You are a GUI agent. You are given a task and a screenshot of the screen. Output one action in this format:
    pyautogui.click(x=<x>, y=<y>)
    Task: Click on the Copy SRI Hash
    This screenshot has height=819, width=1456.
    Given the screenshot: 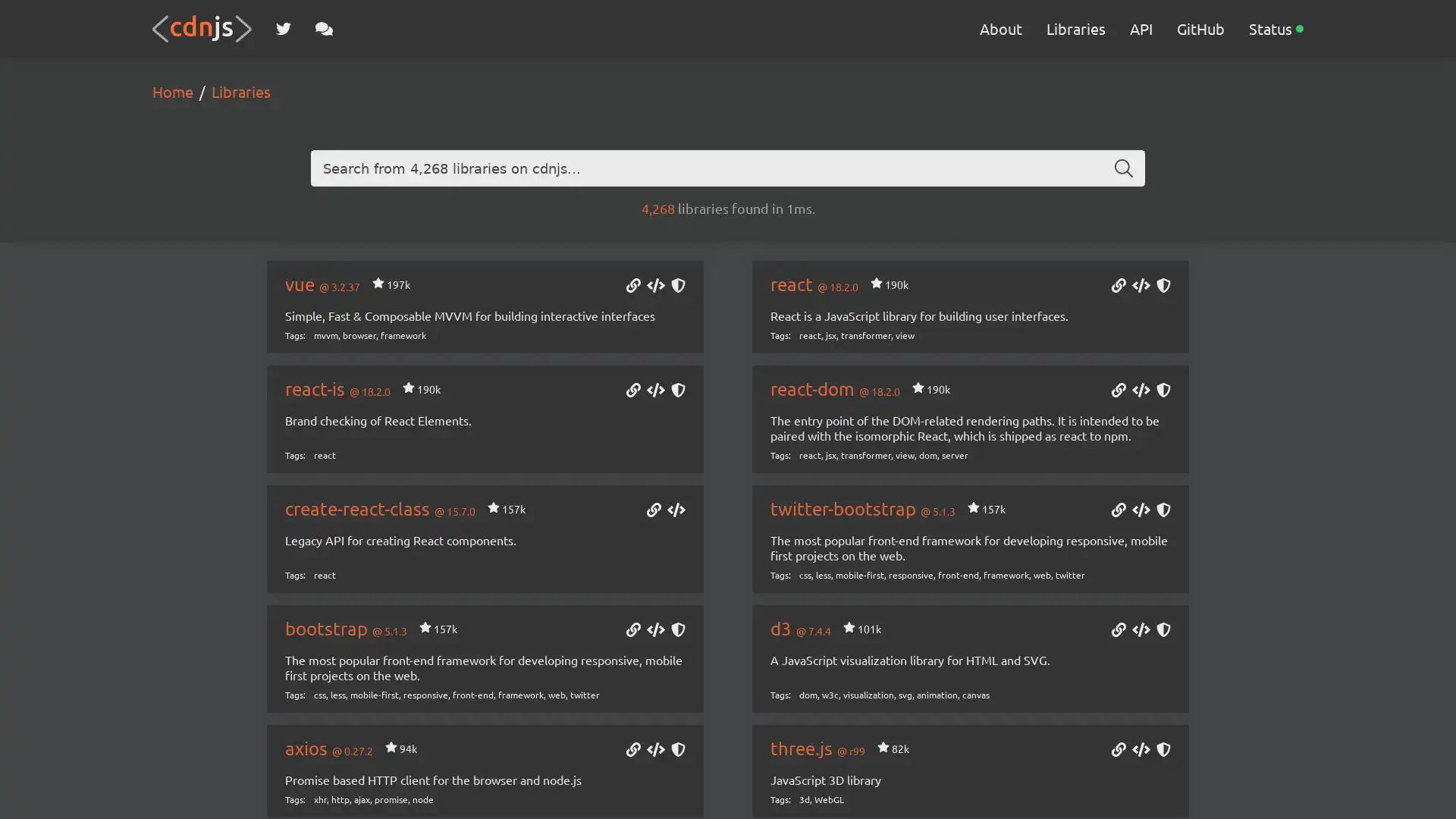 What is the action you would take?
    pyautogui.click(x=1163, y=631)
    